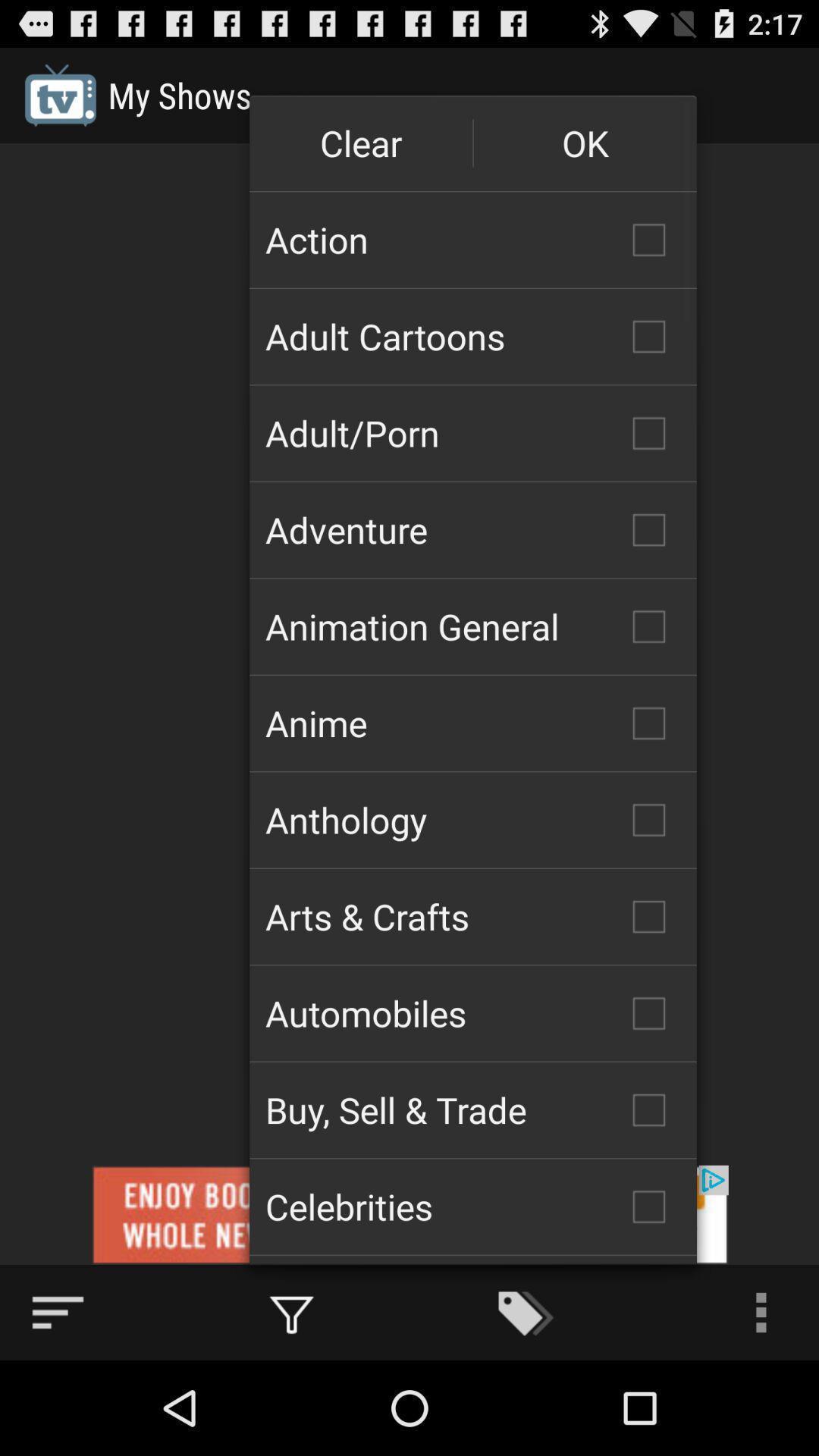 The image size is (819, 1456). I want to click on the item above action icon, so click(584, 143).